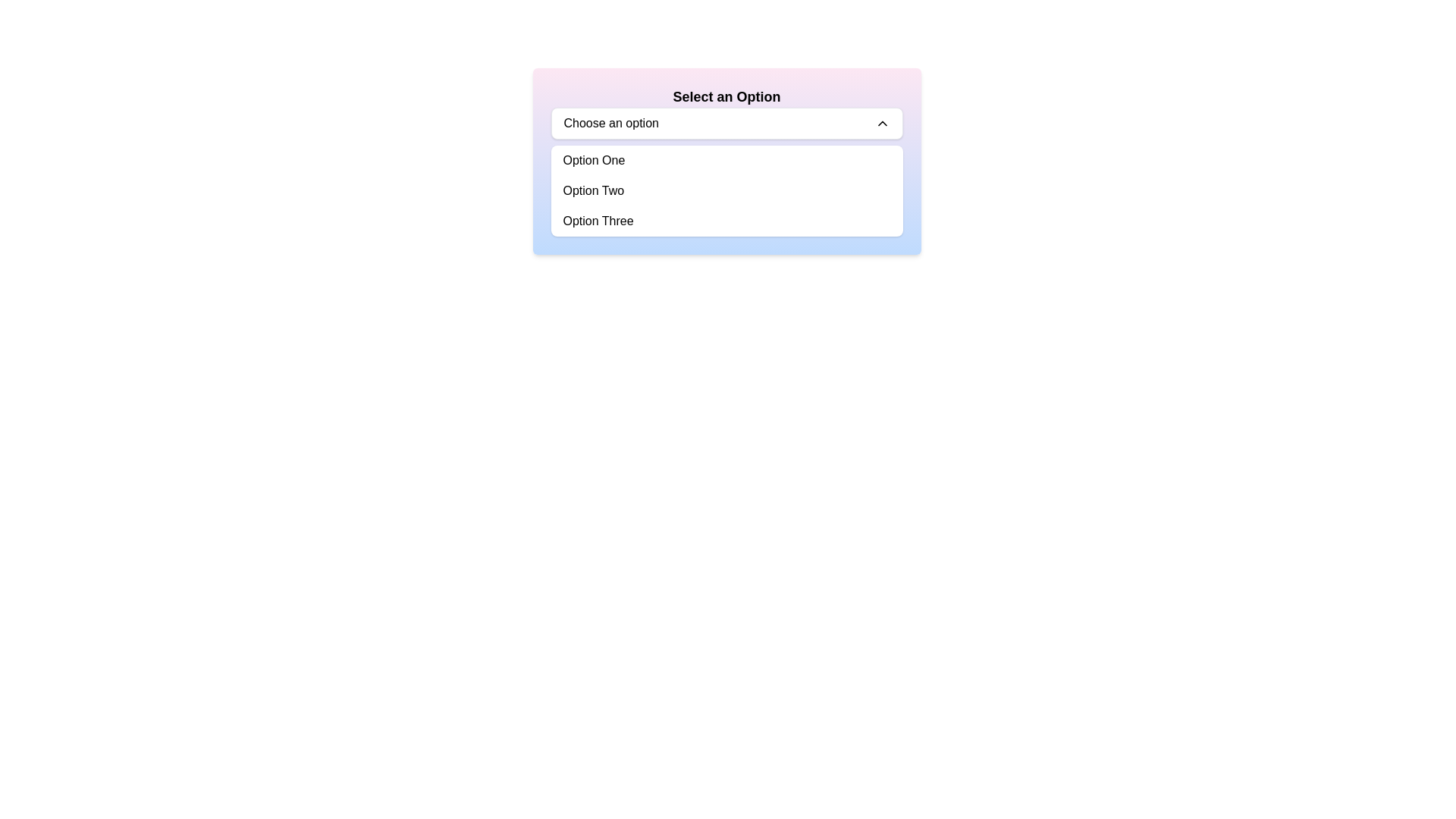 This screenshot has width=1456, height=819. What do you see at coordinates (611, 122) in the screenshot?
I see `the 'Choose an option' label which is centrally aligned within the dropdown menu, positioned at the center-left region and preceding a chevron icon` at bounding box center [611, 122].